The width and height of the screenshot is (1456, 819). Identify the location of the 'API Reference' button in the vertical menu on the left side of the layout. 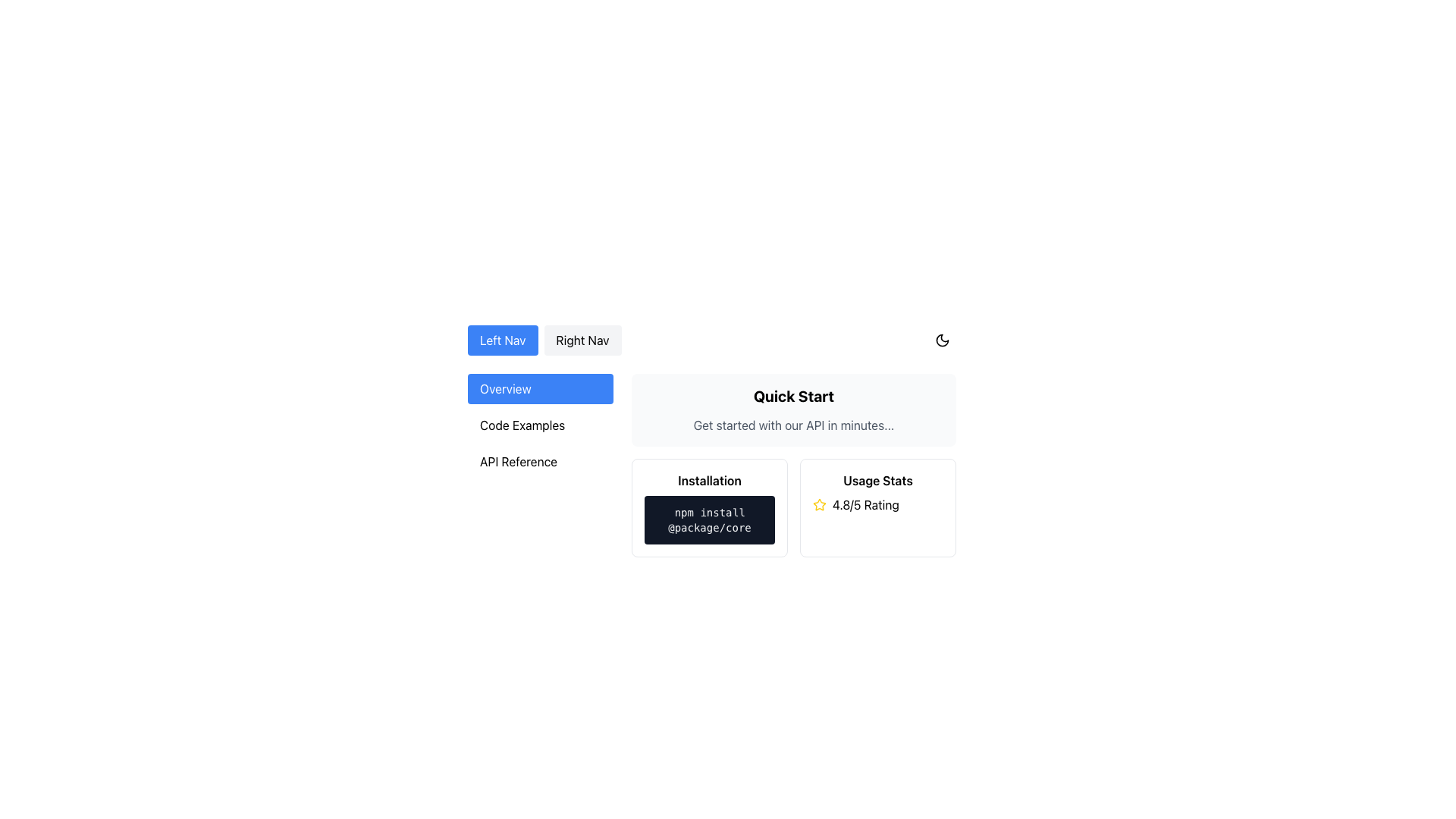
(541, 464).